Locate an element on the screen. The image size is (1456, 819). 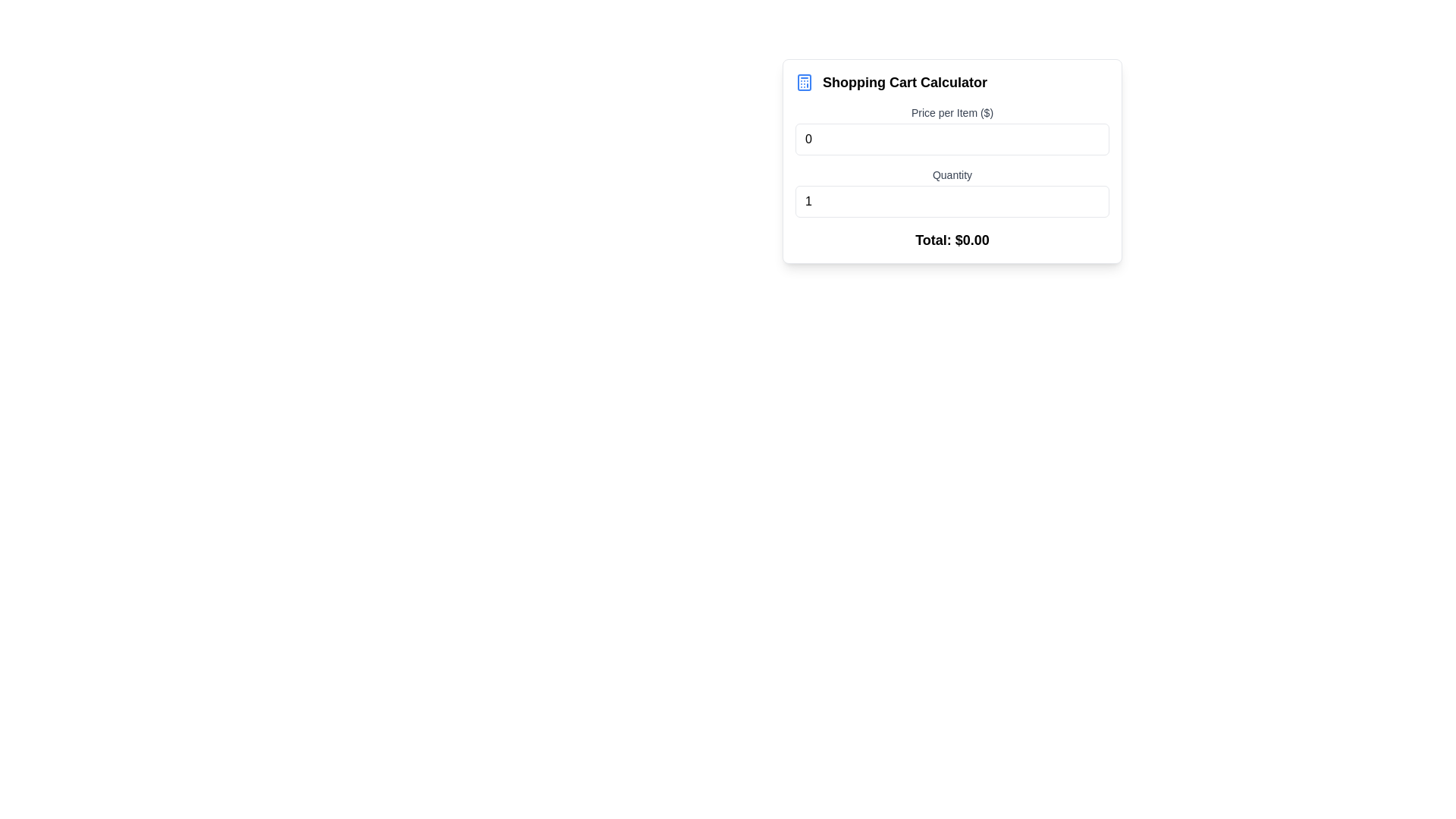
the design of the calculator icon located at the leftmost side of the header bar of the 'Shopping Cart Calculator' panel is located at coordinates (803, 82).